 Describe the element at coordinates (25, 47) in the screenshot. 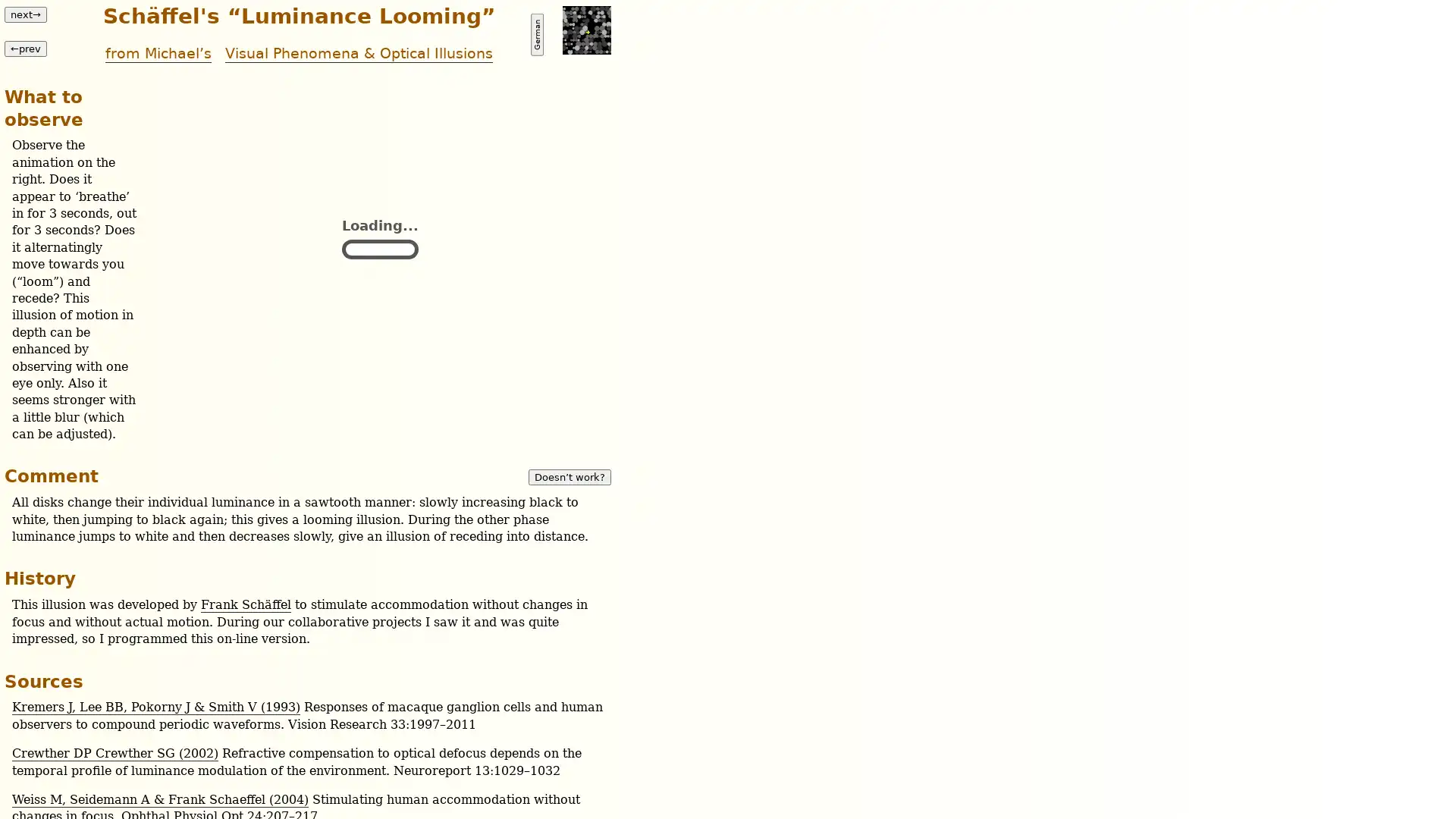

I see `prev` at that location.